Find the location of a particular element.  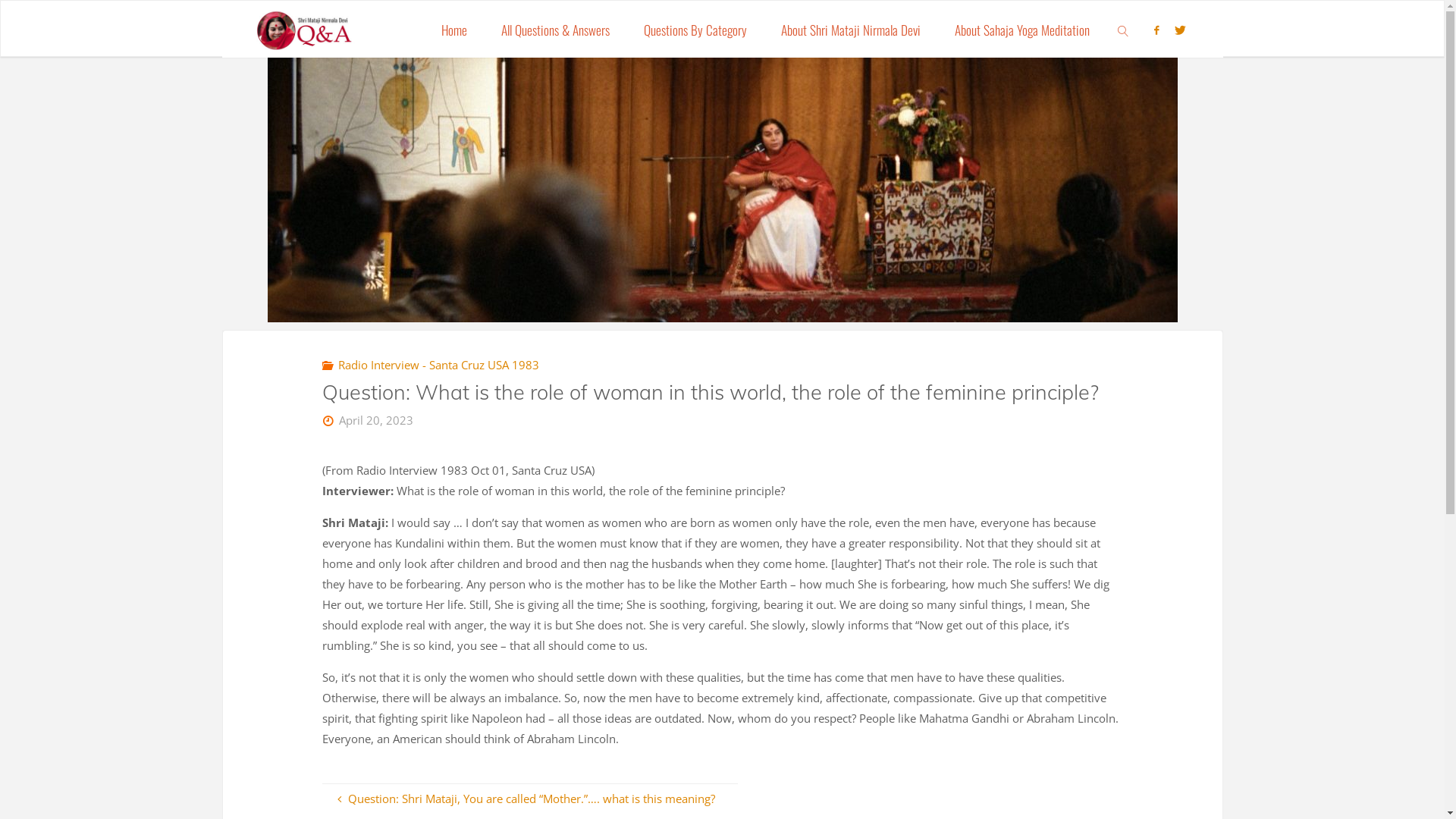

'Categories' is located at coordinates (328, 365).